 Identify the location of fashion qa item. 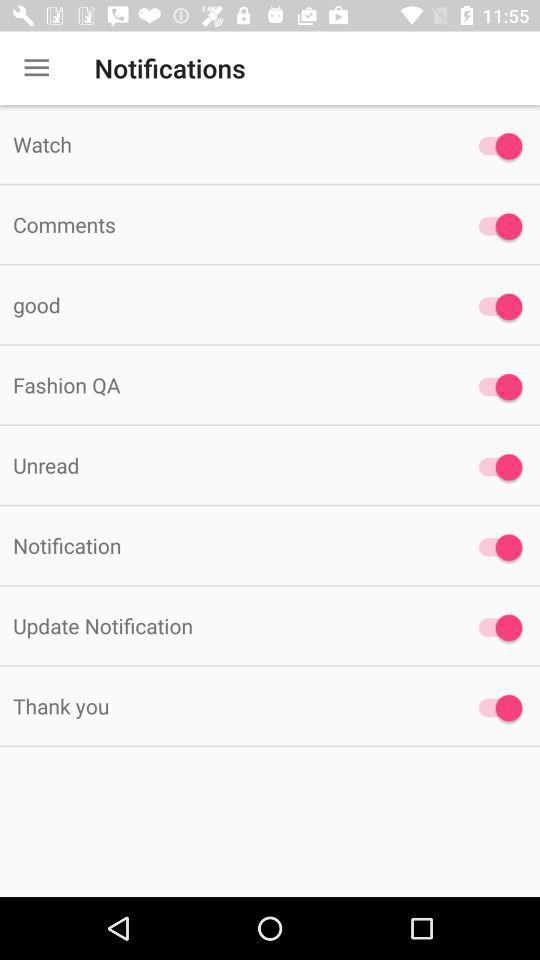
(224, 384).